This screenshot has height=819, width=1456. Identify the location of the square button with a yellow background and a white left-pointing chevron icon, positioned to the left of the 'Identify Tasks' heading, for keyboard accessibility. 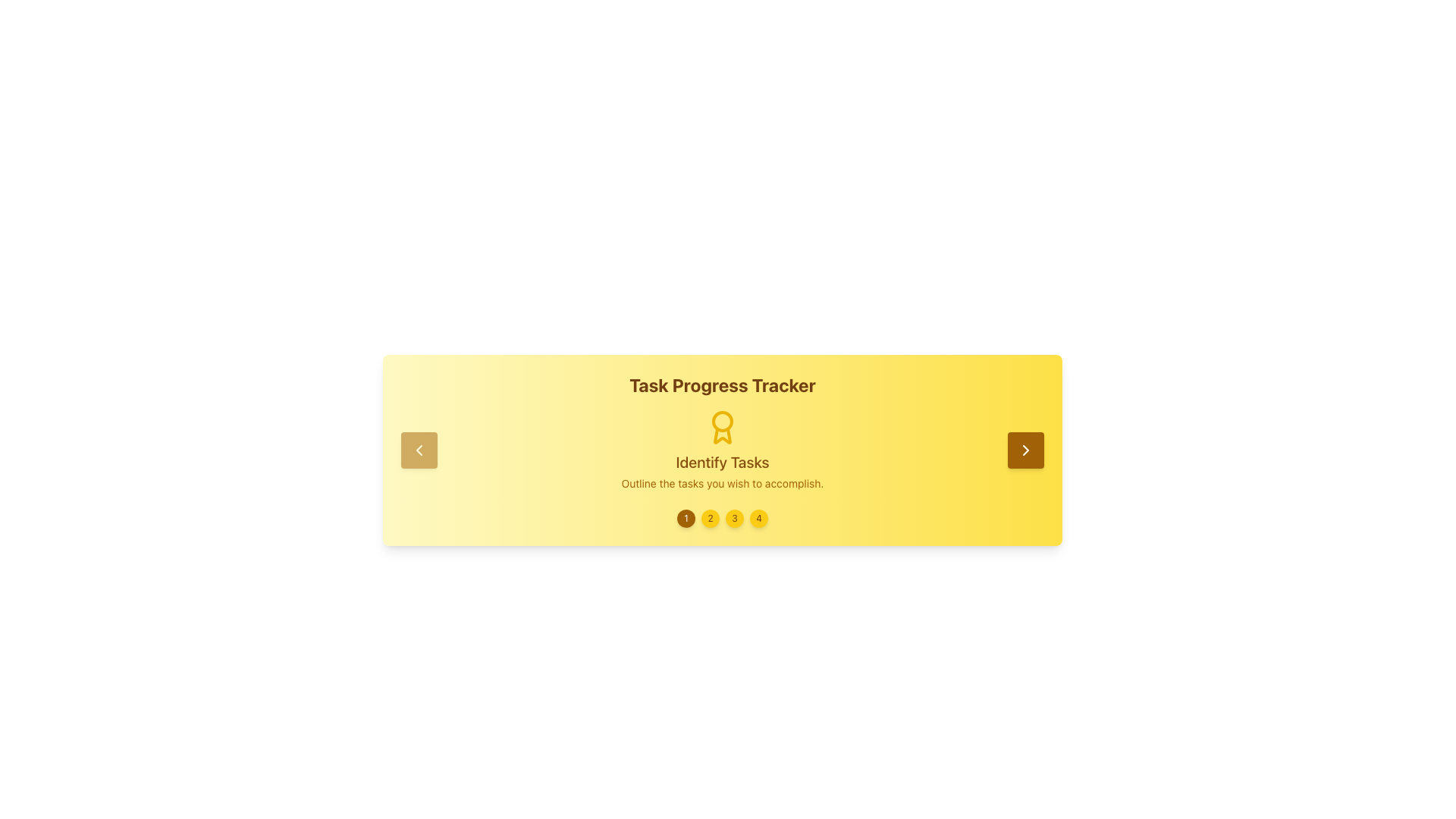
(419, 450).